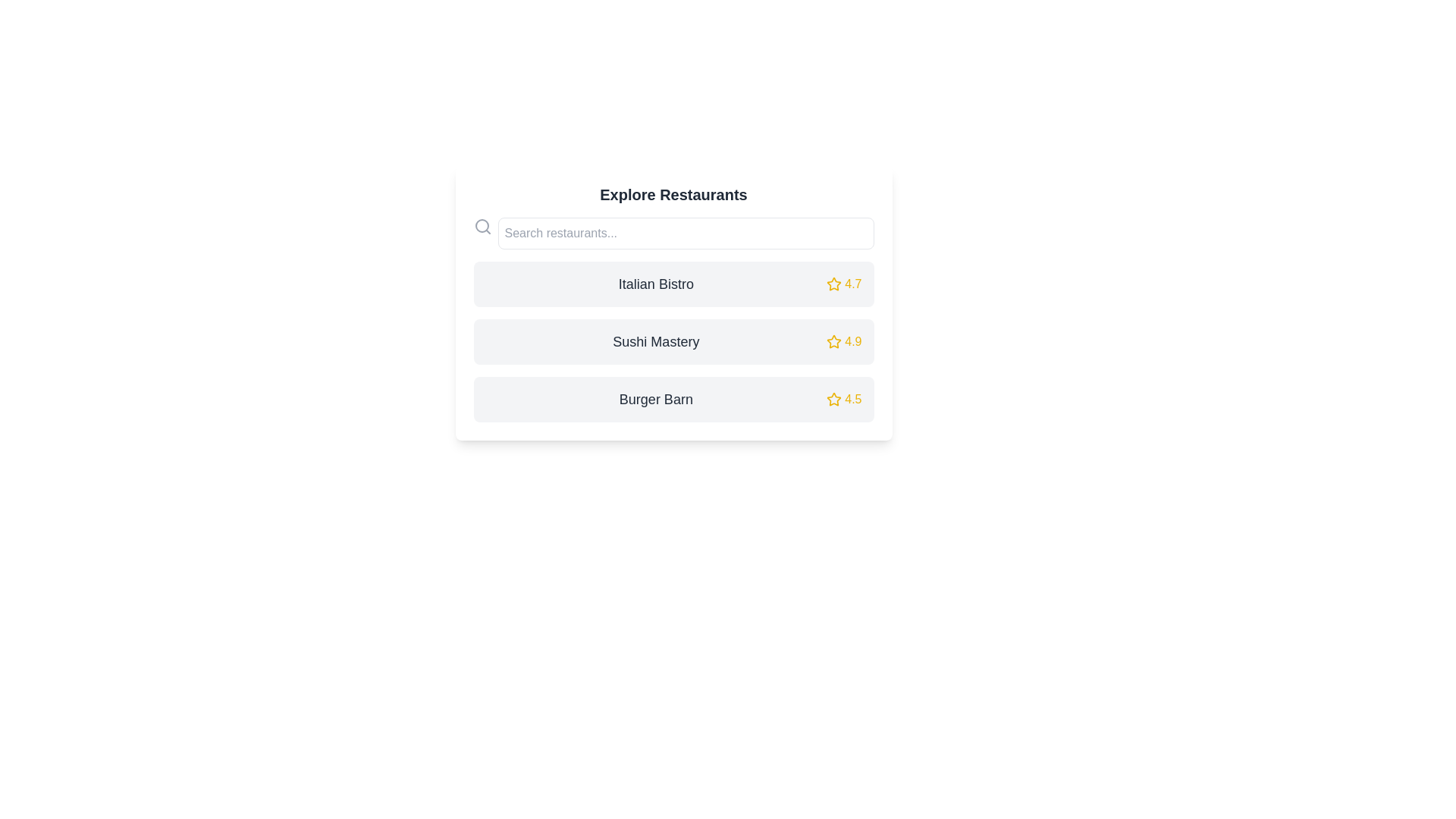  I want to click on the 'Burger Barn' text label, so click(656, 399).